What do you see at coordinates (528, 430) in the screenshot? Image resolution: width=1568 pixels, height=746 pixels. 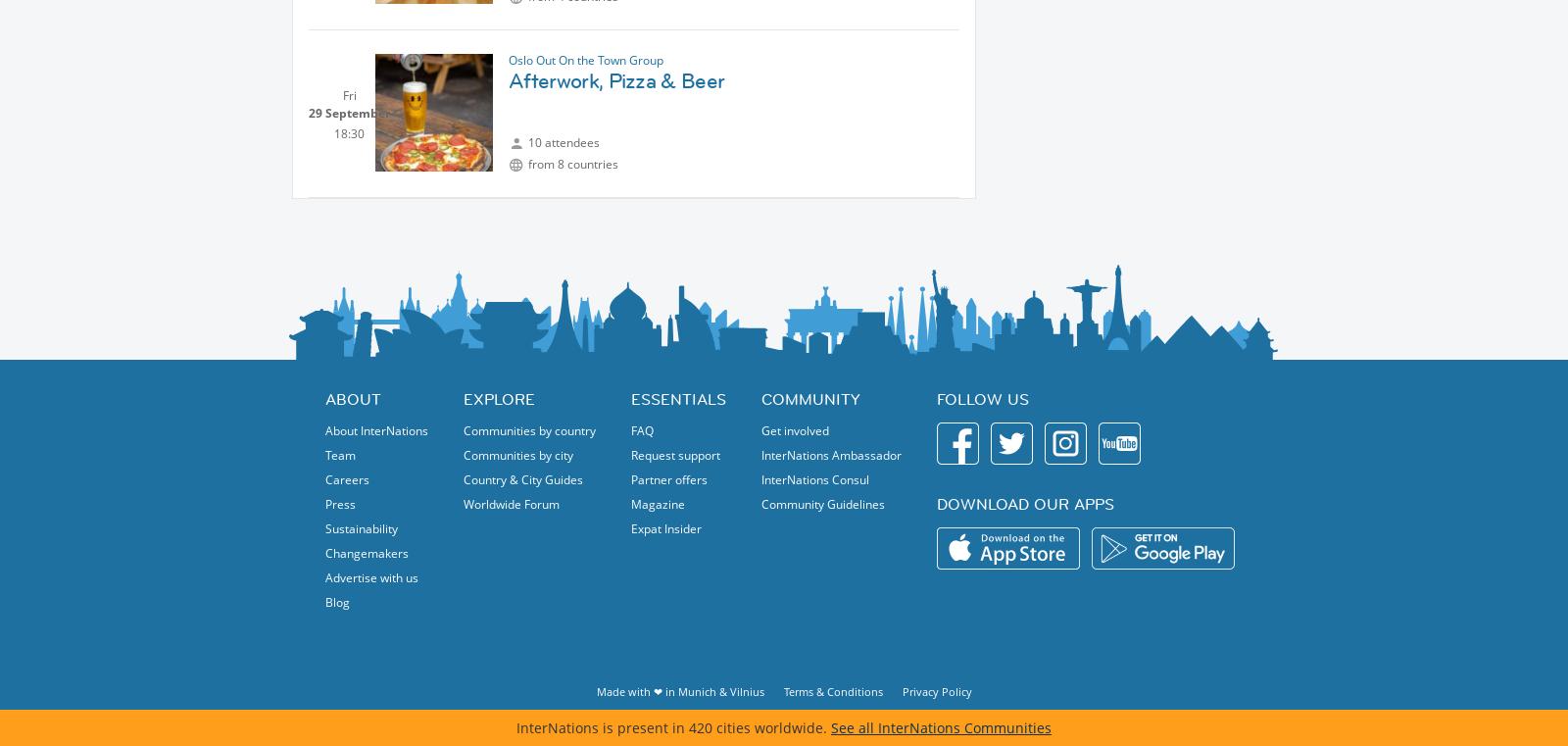 I see `'Communities by country'` at bounding box center [528, 430].